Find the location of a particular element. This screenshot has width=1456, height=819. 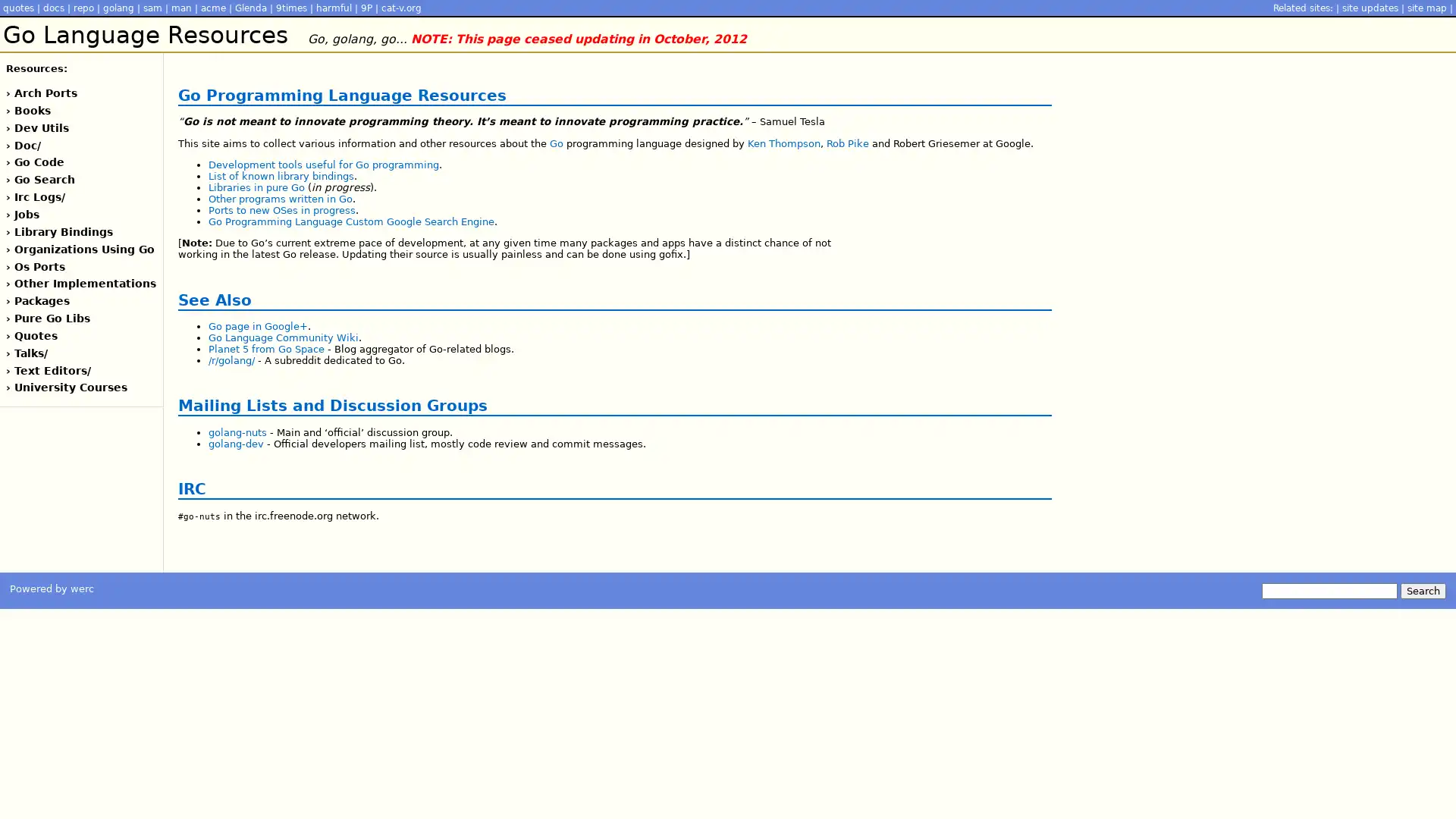

Search is located at coordinates (1422, 589).